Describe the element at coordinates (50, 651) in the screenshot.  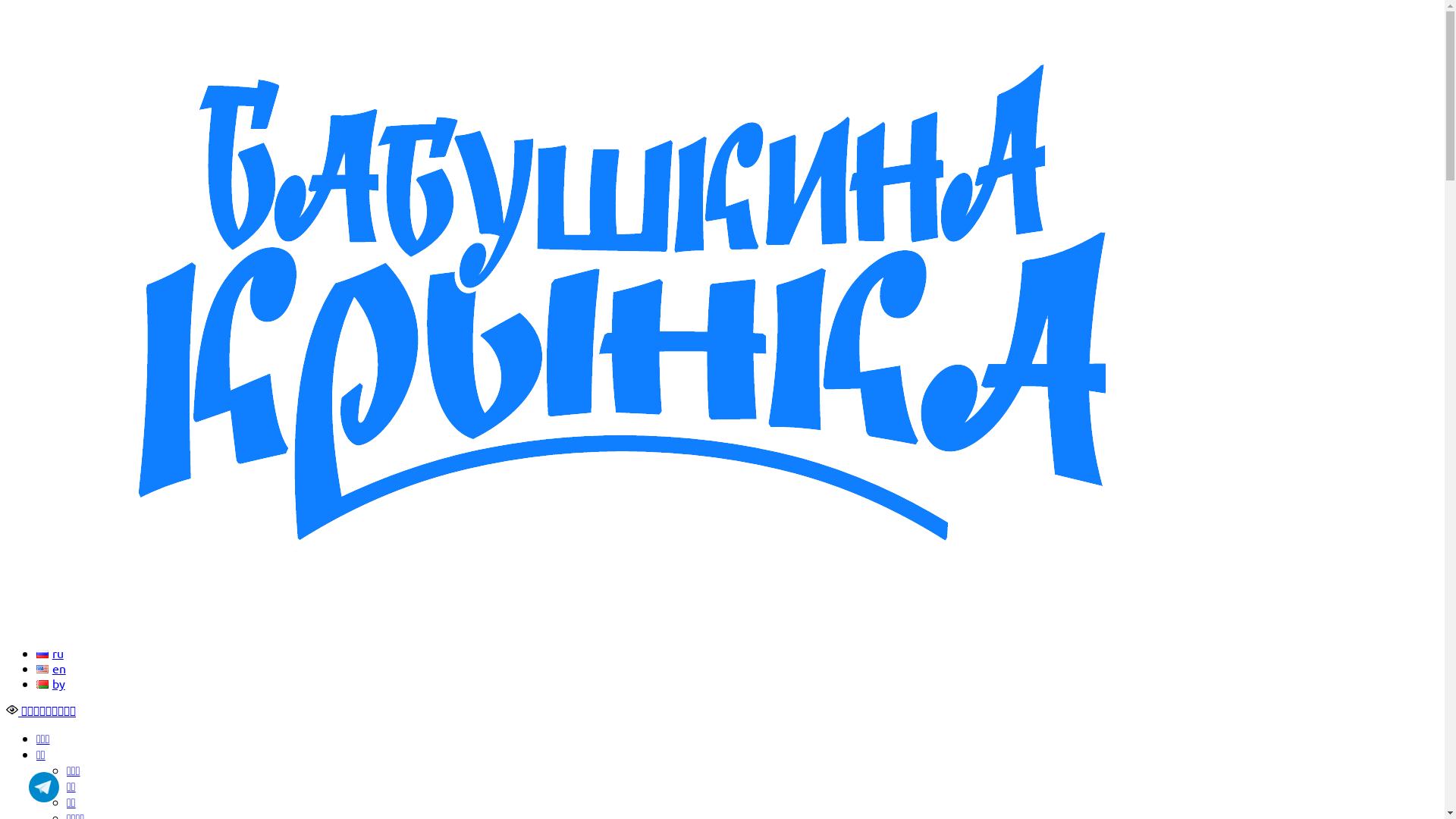
I see `'ru'` at that location.